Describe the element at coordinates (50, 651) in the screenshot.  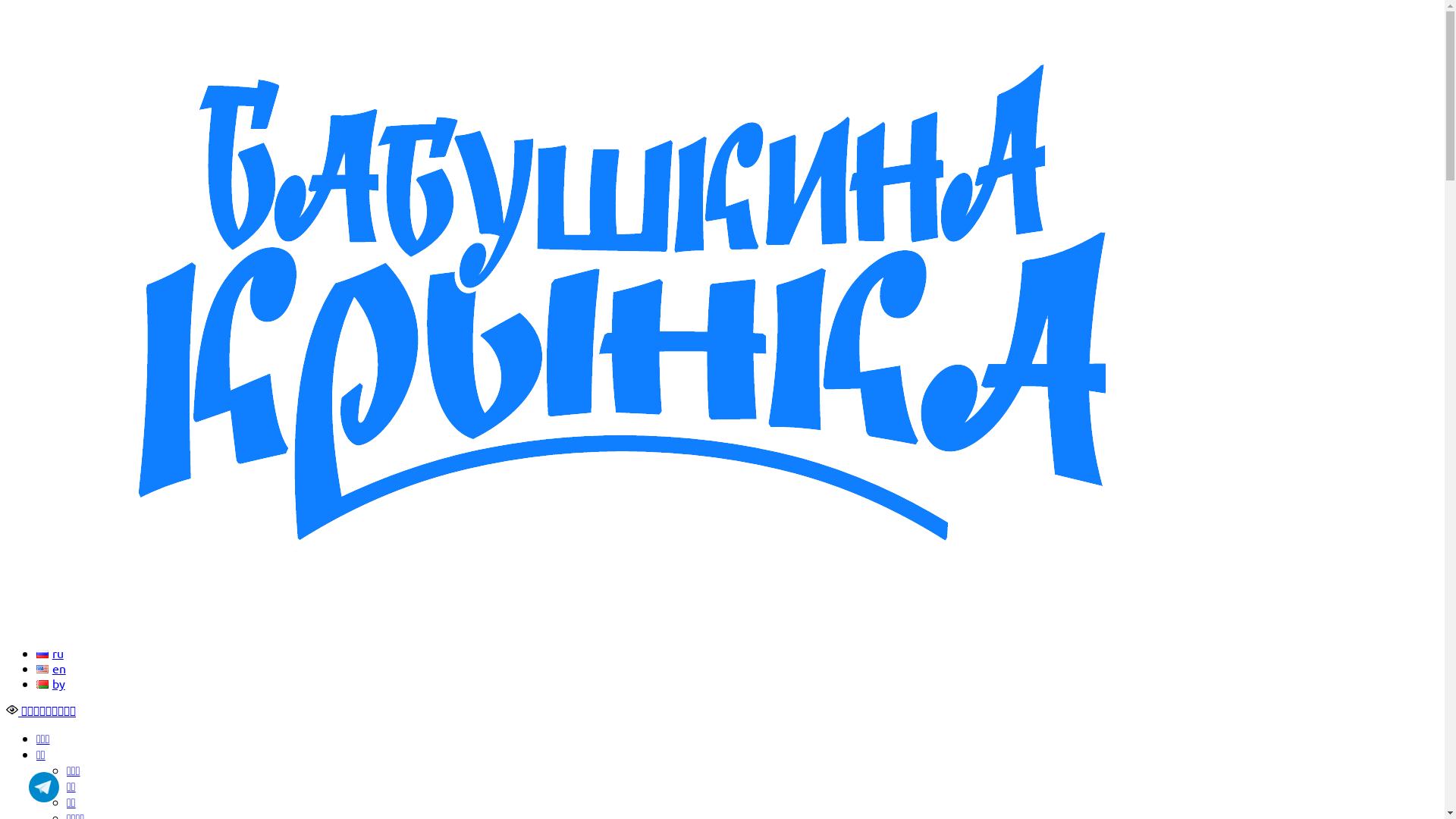
I see `'ru'` at that location.